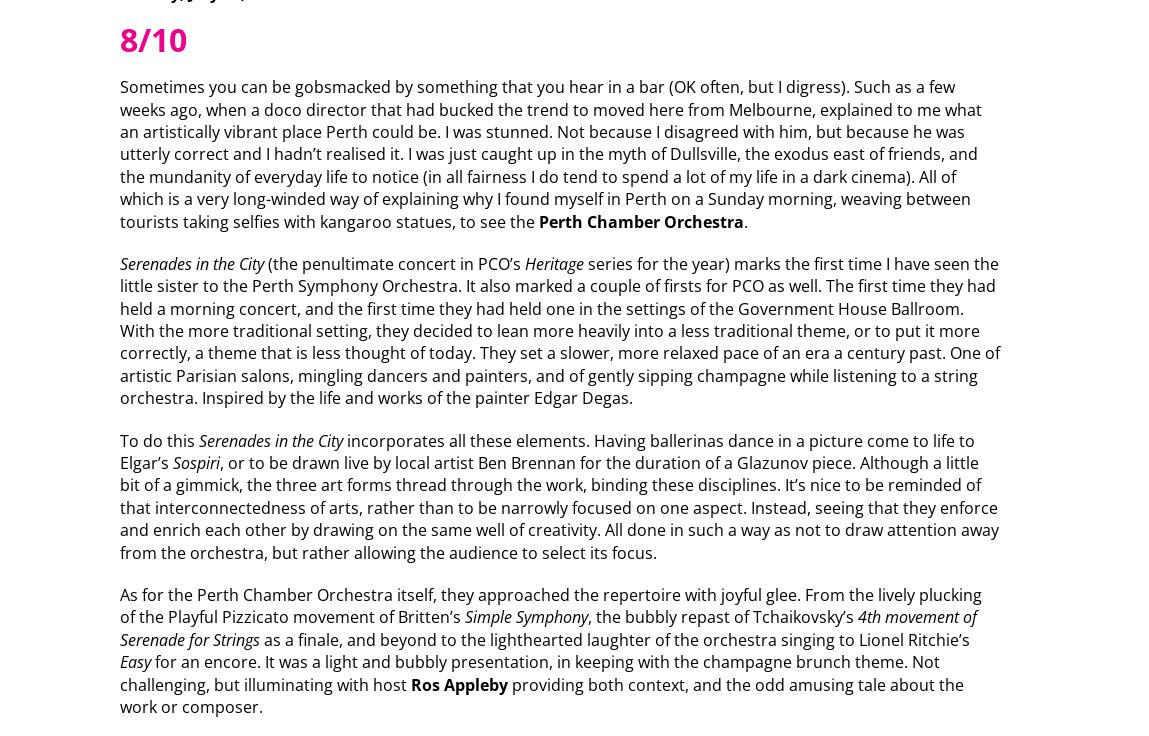  Describe the element at coordinates (539, 695) in the screenshot. I see `'providing both context, and the odd amusing tale about the work or composer.'` at that location.